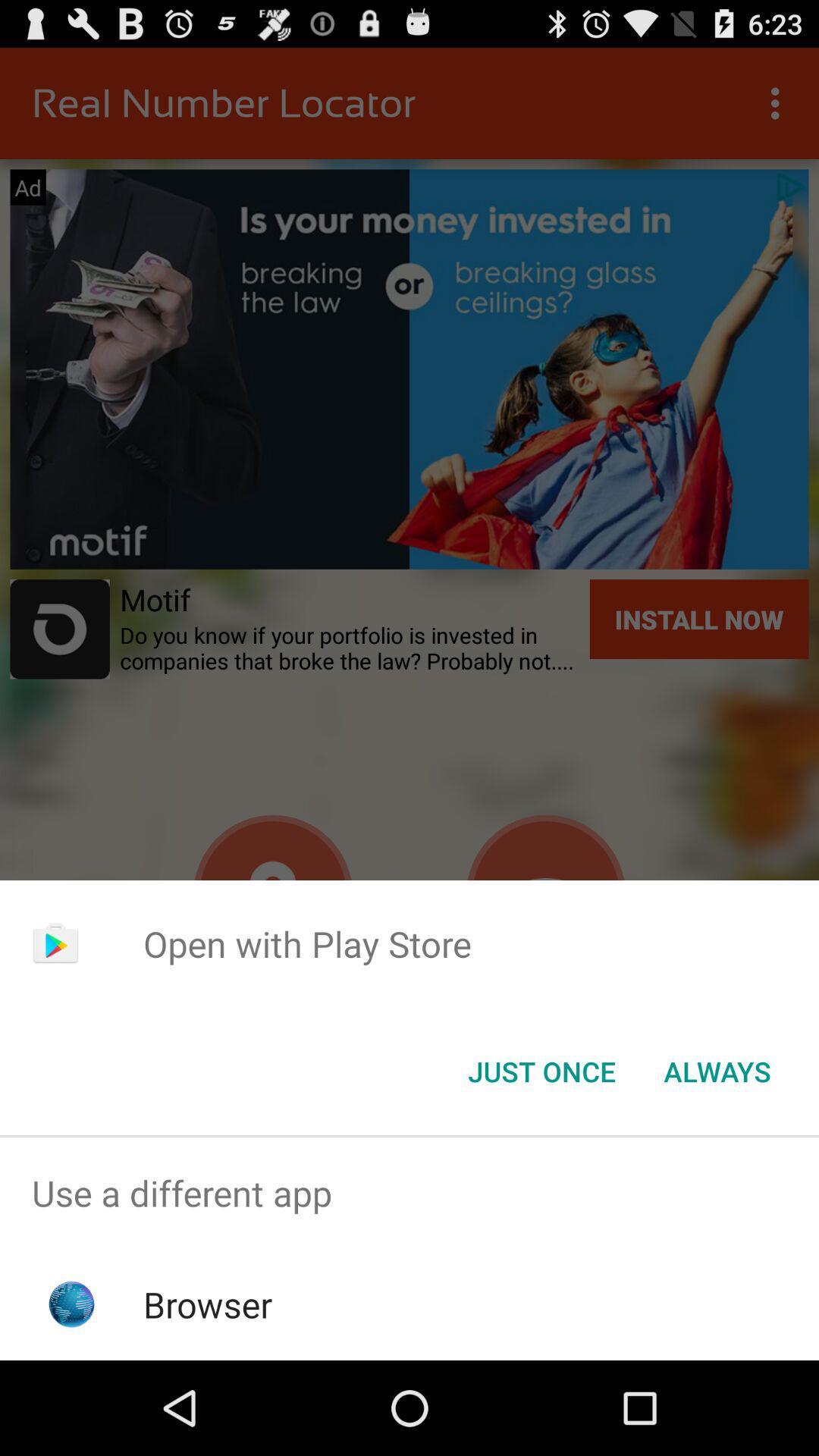  What do you see at coordinates (717, 1070) in the screenshot?
I see `item below the open with play item` at bounding box center [717, 1070].